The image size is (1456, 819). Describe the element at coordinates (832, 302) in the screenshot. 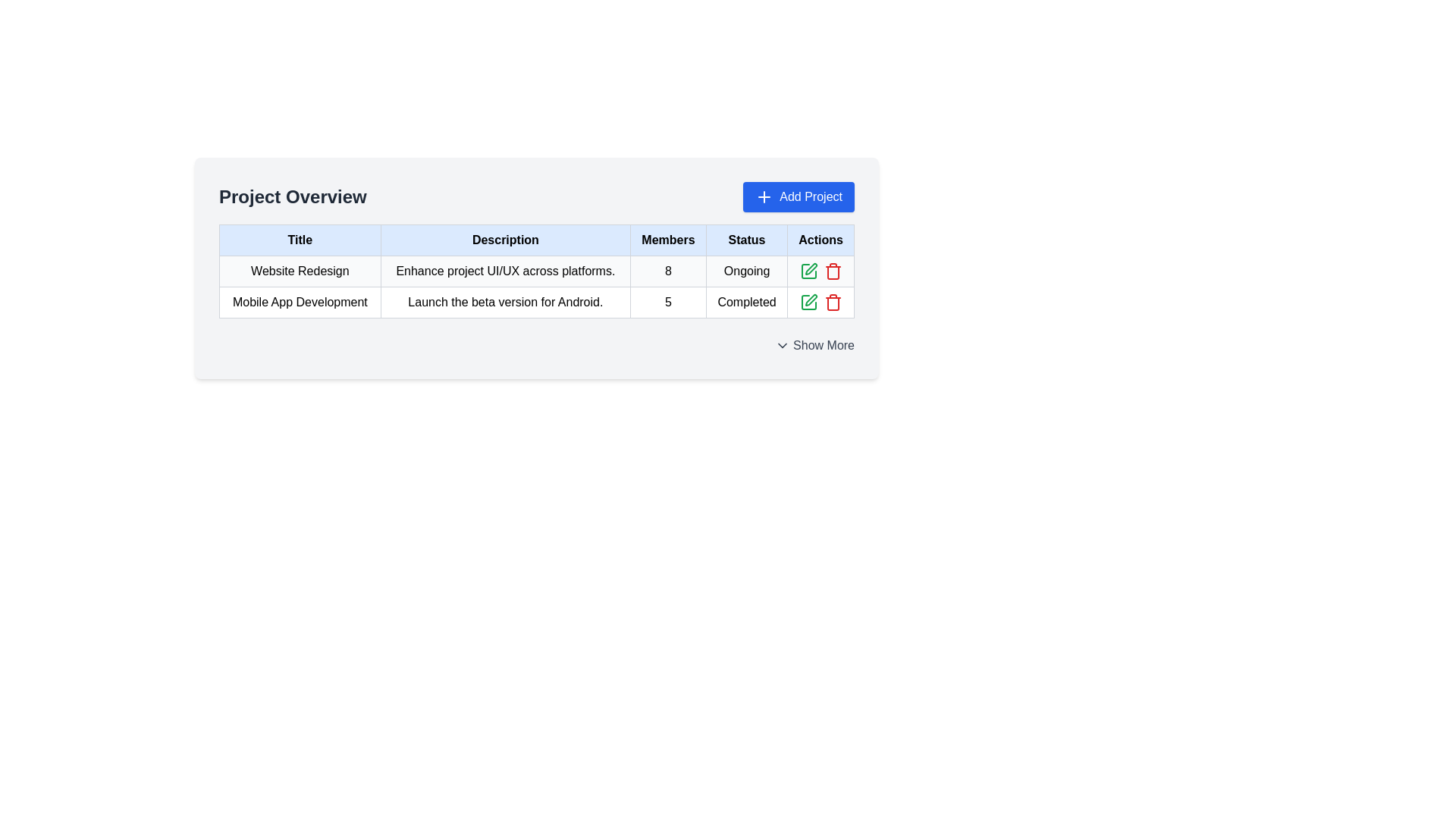

I see `the red trash icon in the 'Actions' column of the second row` at that location.